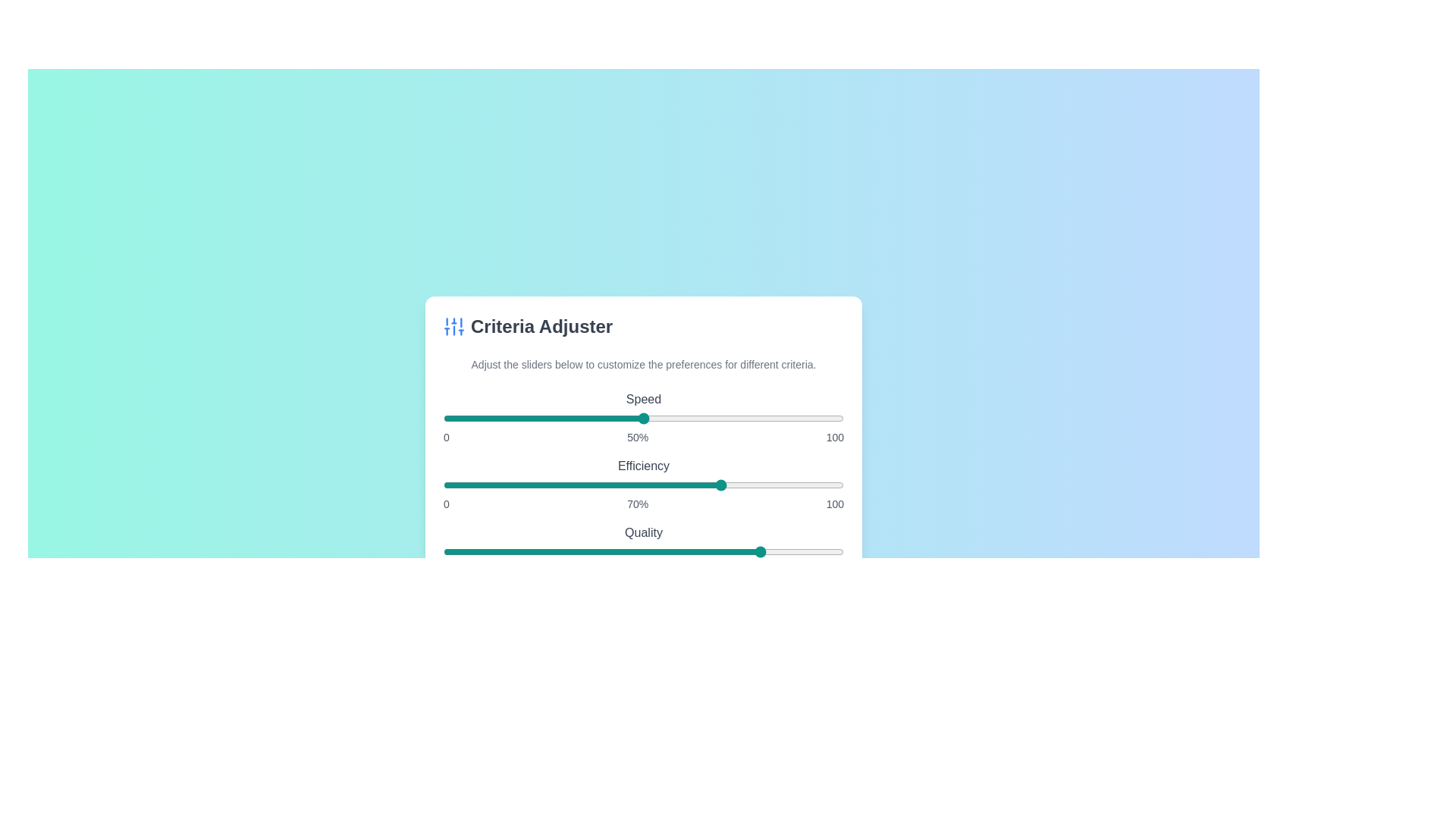 This screenshot has width=1456, height=819. Describe the element at coordinates (627, 552) in the screenshot. I see `the 'Quality' slider to set its value to 46` at that location.